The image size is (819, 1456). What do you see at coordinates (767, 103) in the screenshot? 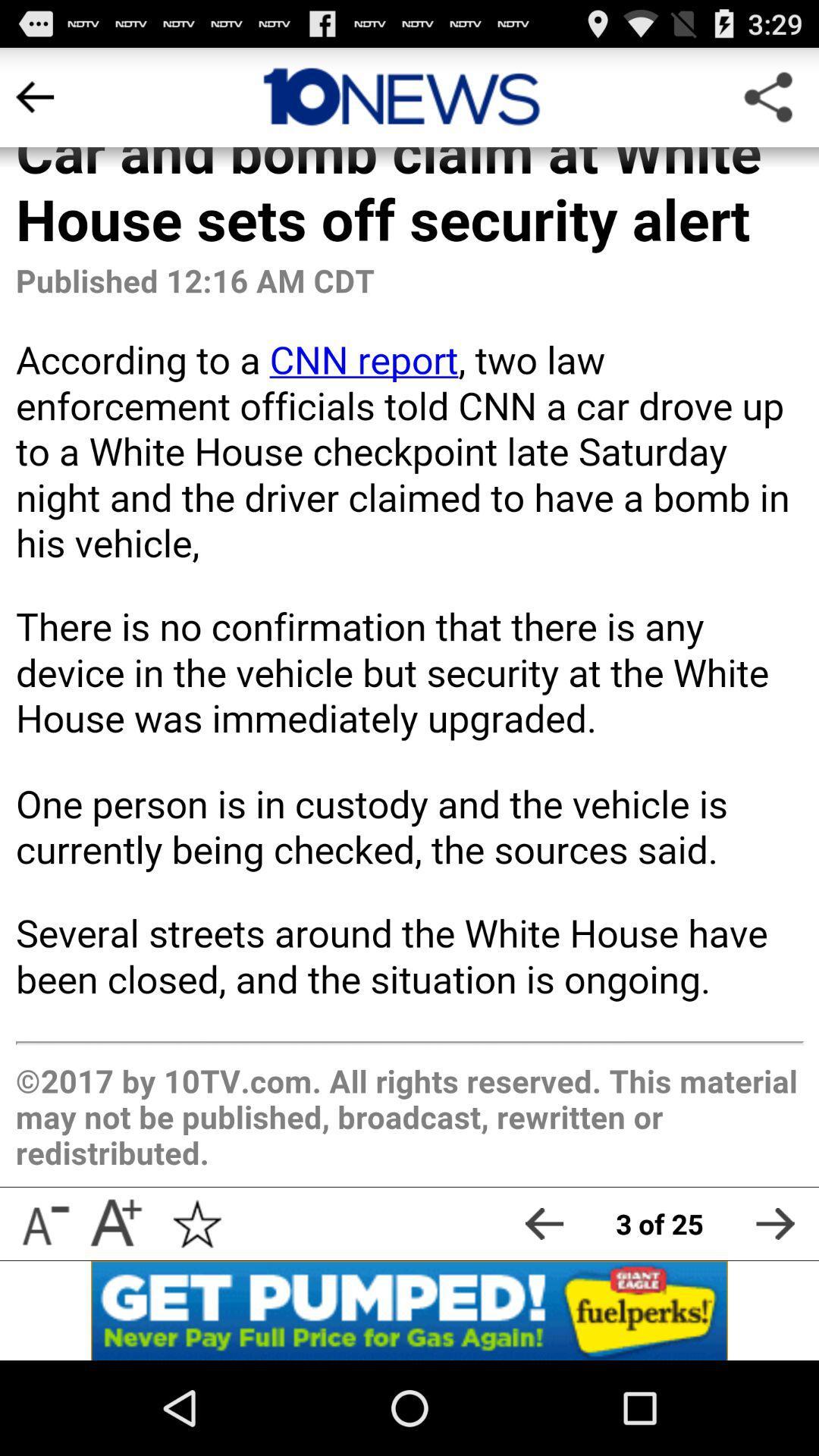
I see `the share icon` at bounding box center [767, 103].